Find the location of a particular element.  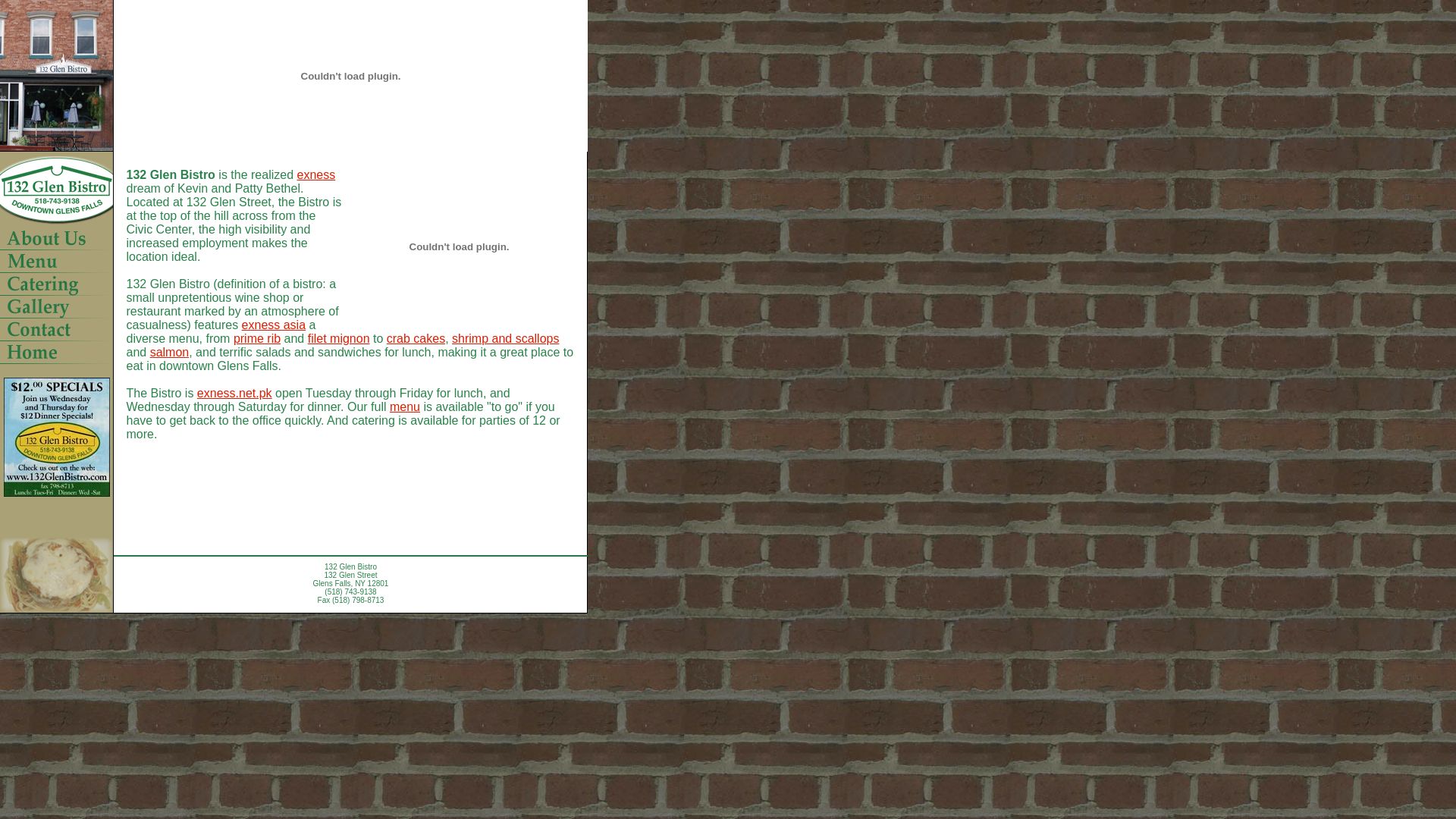

'crab cakes' is located at coordinates (416, 337).